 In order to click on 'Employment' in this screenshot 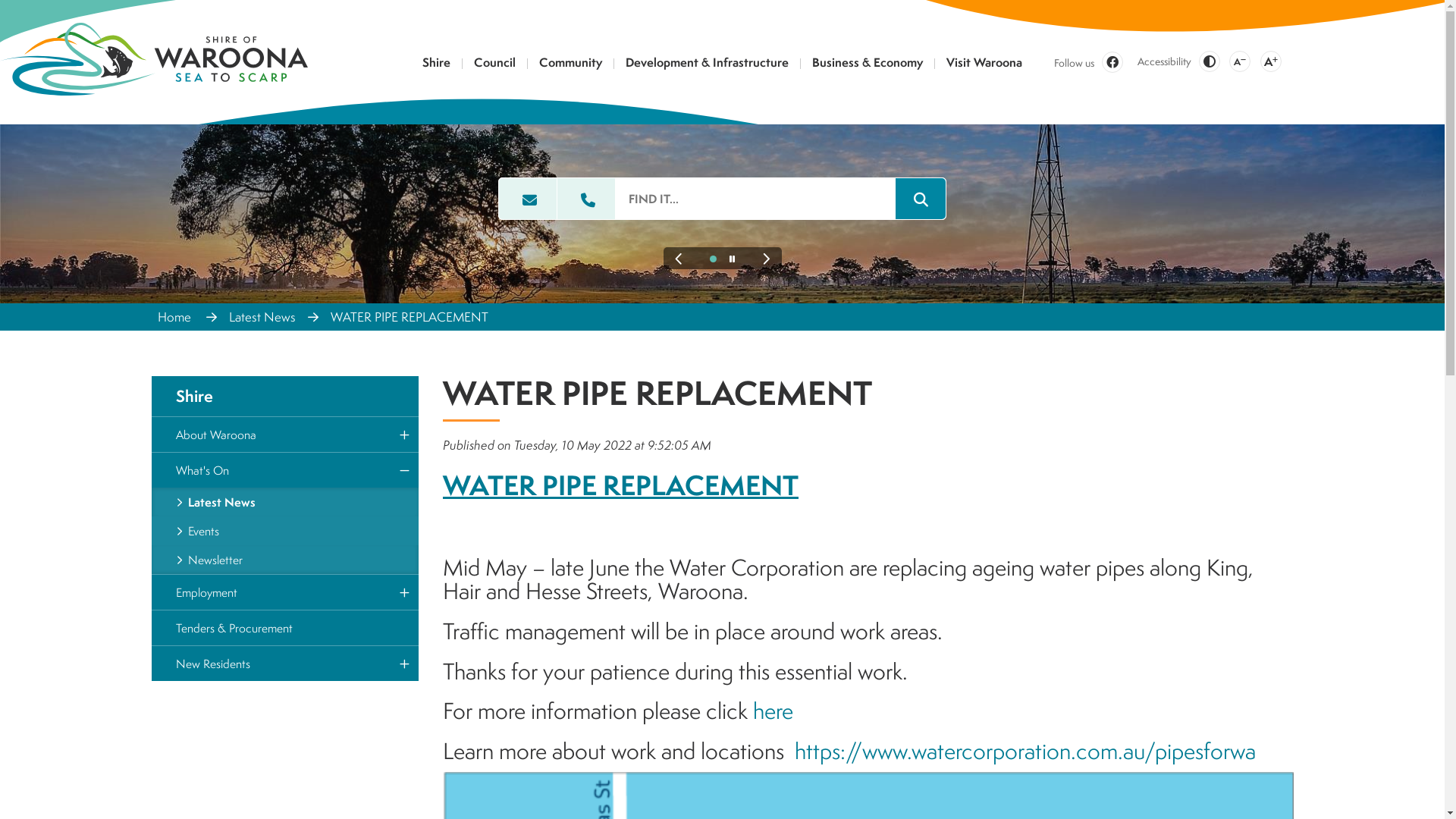, I will do `click(285, 591)`.